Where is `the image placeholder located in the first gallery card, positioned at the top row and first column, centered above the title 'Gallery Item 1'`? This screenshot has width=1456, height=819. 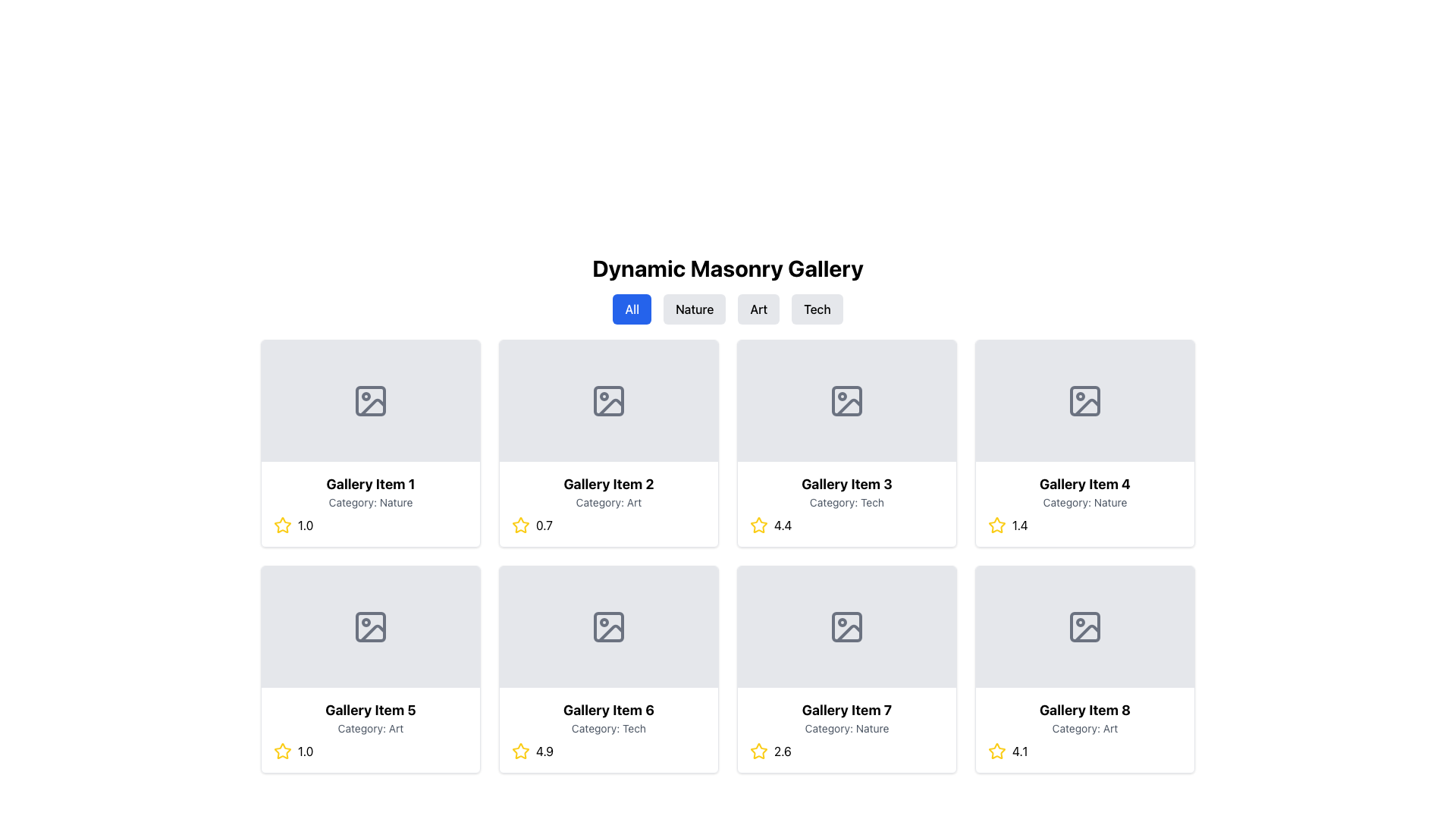
the image placeholder located in the first gallery card, positioned at the top row and first column, centered above the title 'Gallery Item 1' is located at coordinates (372, 406).